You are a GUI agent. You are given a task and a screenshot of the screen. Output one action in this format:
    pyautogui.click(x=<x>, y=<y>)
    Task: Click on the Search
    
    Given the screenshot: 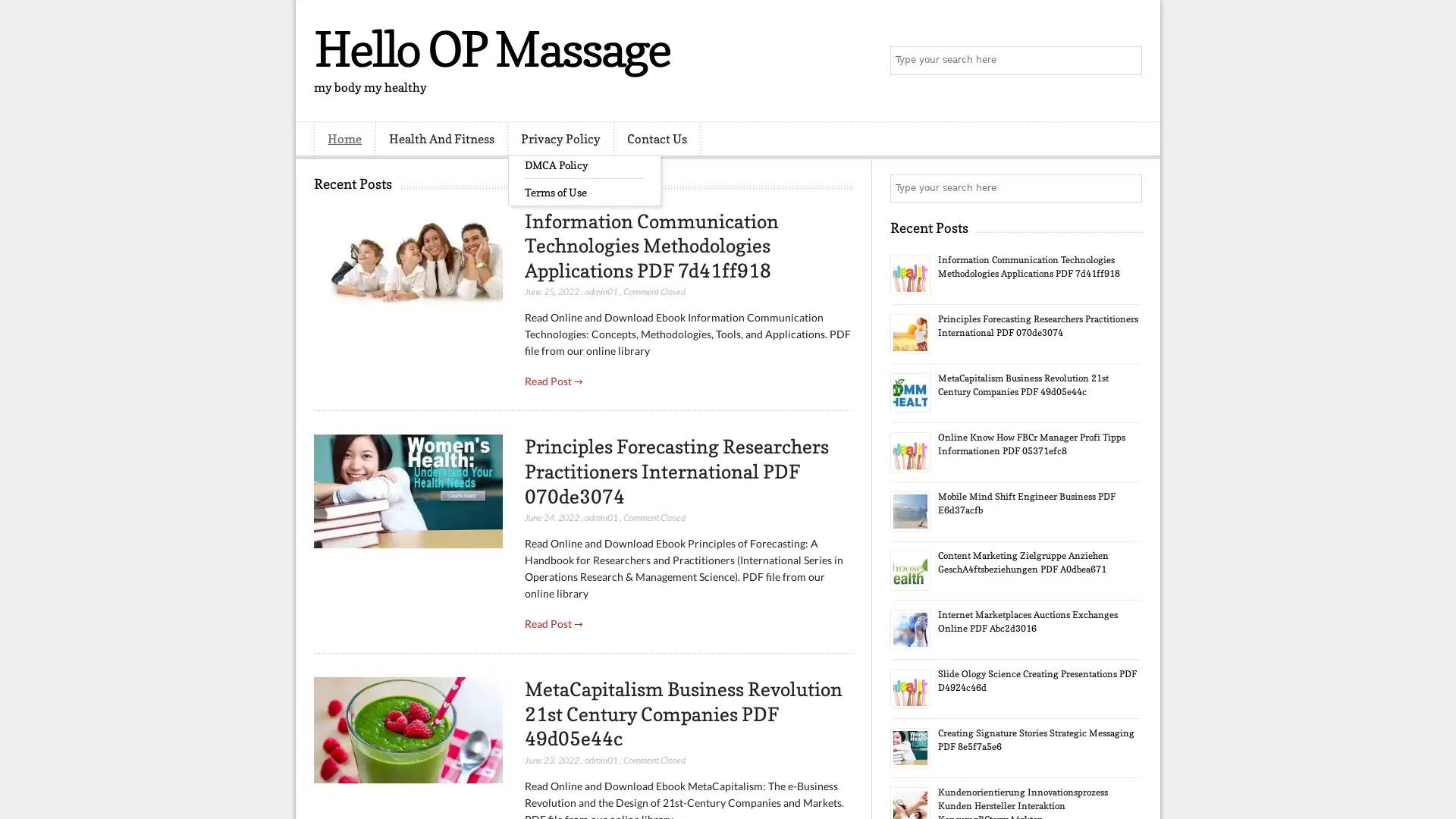 What is the action you would take?
    pyautogui.click(x=1126, y=188)
    